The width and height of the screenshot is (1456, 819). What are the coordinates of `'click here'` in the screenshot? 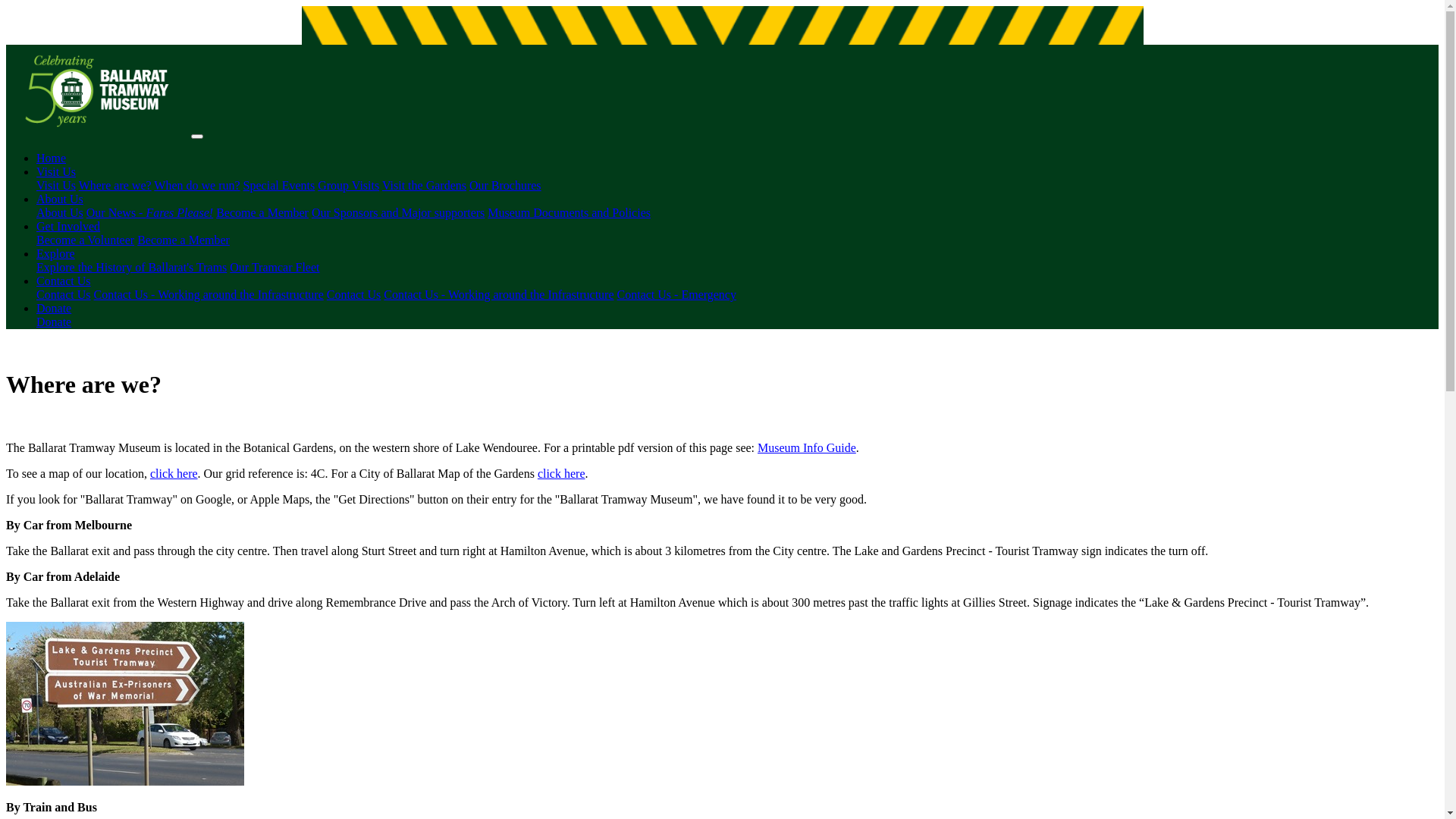 It's located at (560, 472).